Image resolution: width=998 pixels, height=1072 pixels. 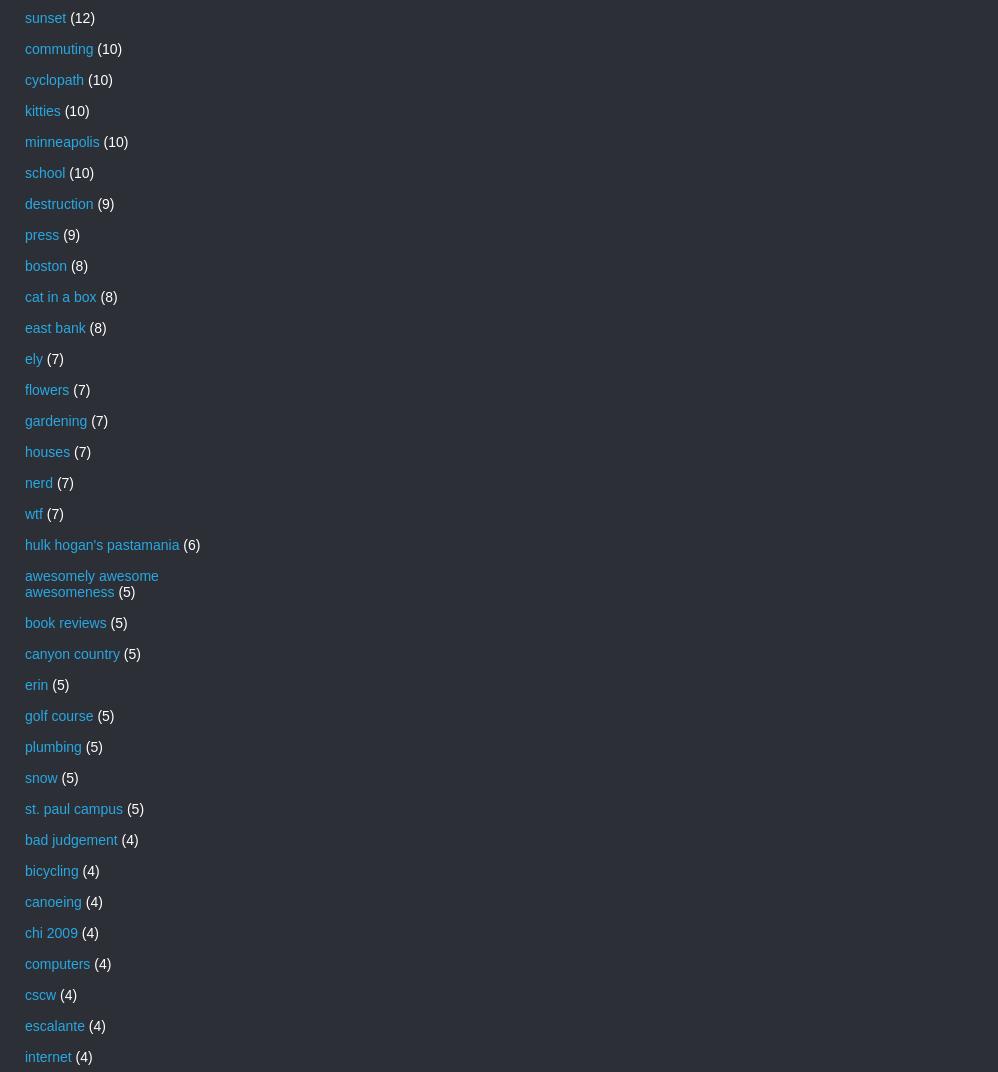 I want to click on 'bad judgement', so click(x=25, y=837).